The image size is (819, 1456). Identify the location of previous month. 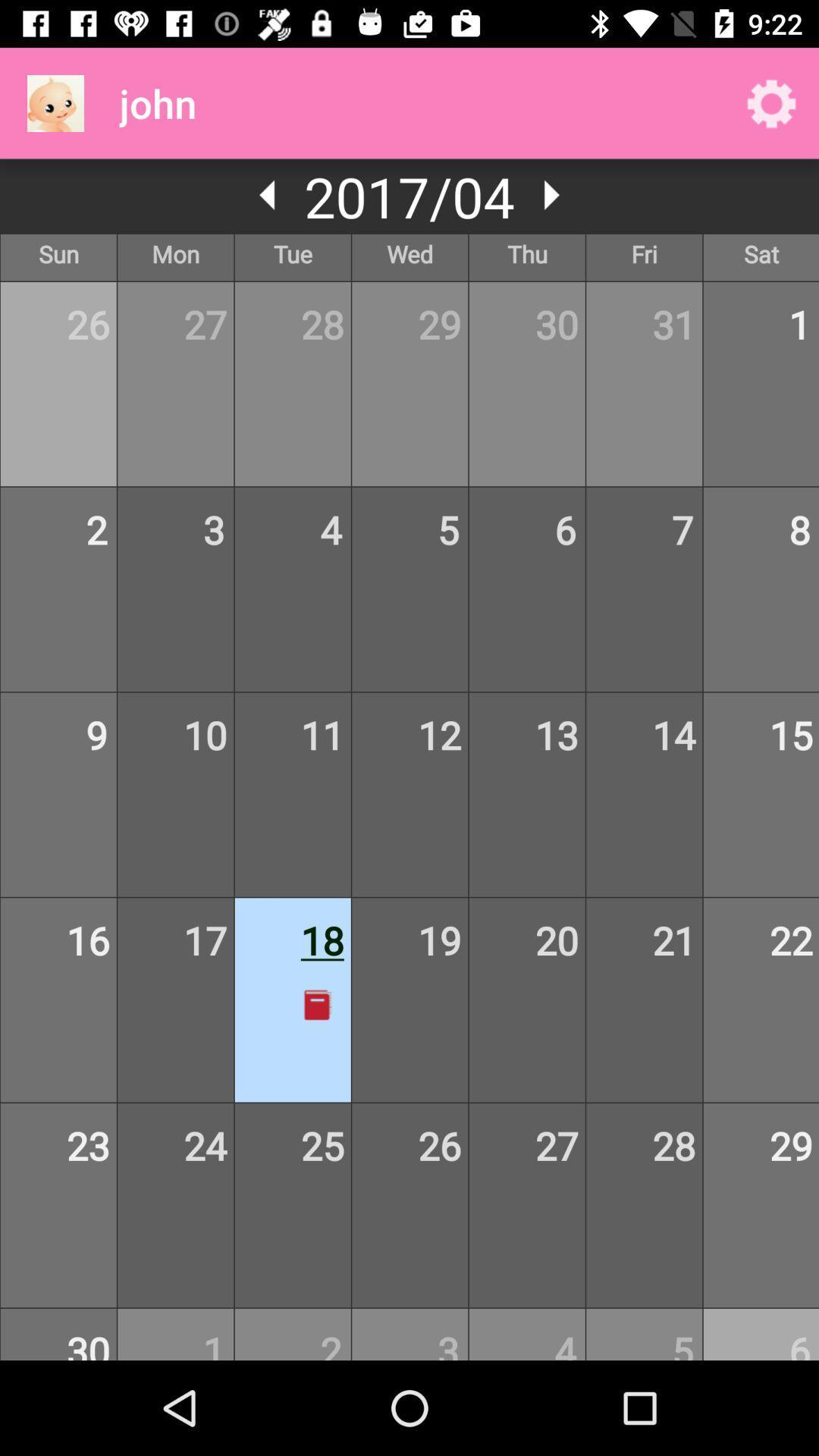
(268, 194).